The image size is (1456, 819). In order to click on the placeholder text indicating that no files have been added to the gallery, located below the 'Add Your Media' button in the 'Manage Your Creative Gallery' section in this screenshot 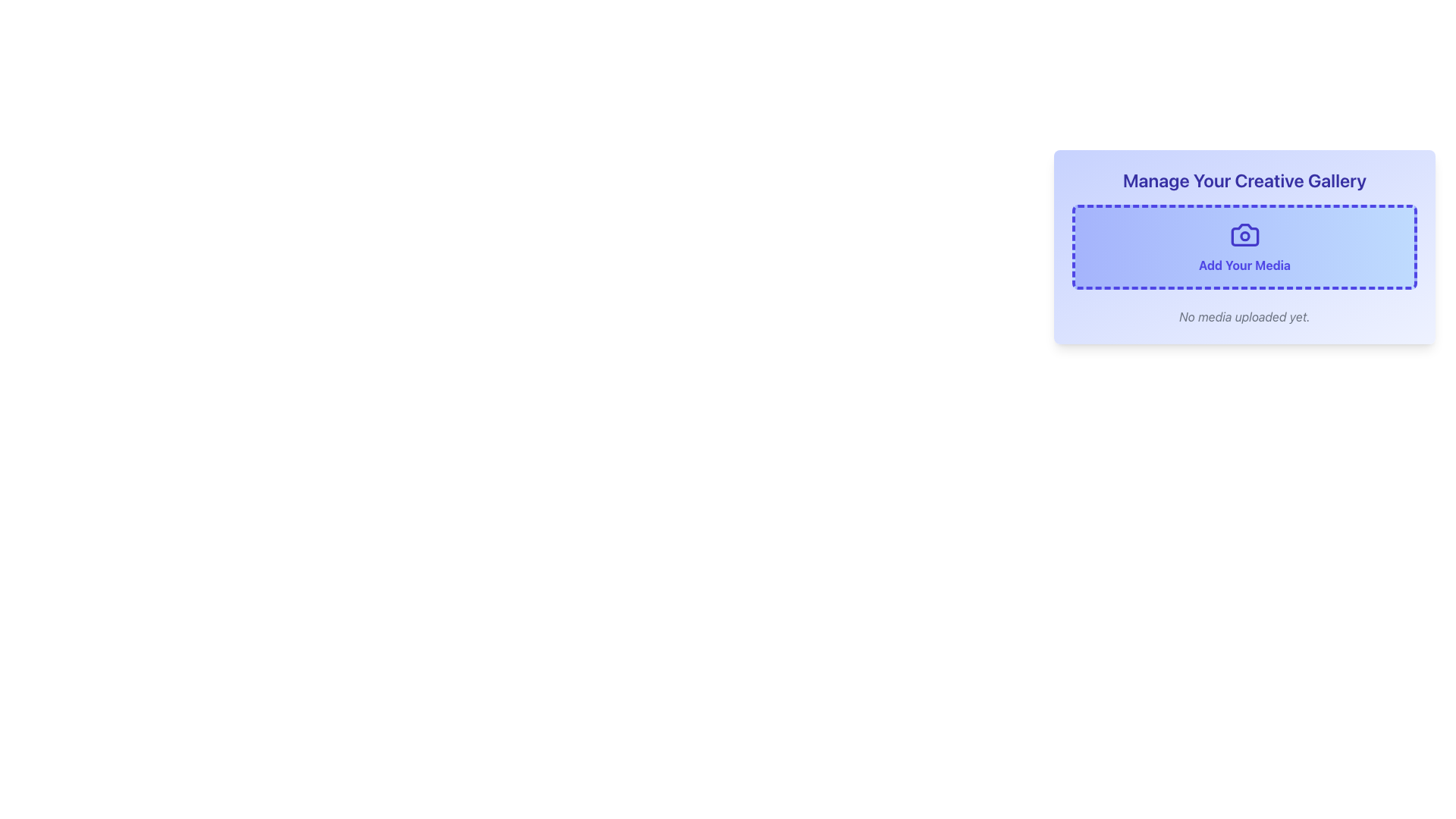, I will do `click(1244, 315)`.